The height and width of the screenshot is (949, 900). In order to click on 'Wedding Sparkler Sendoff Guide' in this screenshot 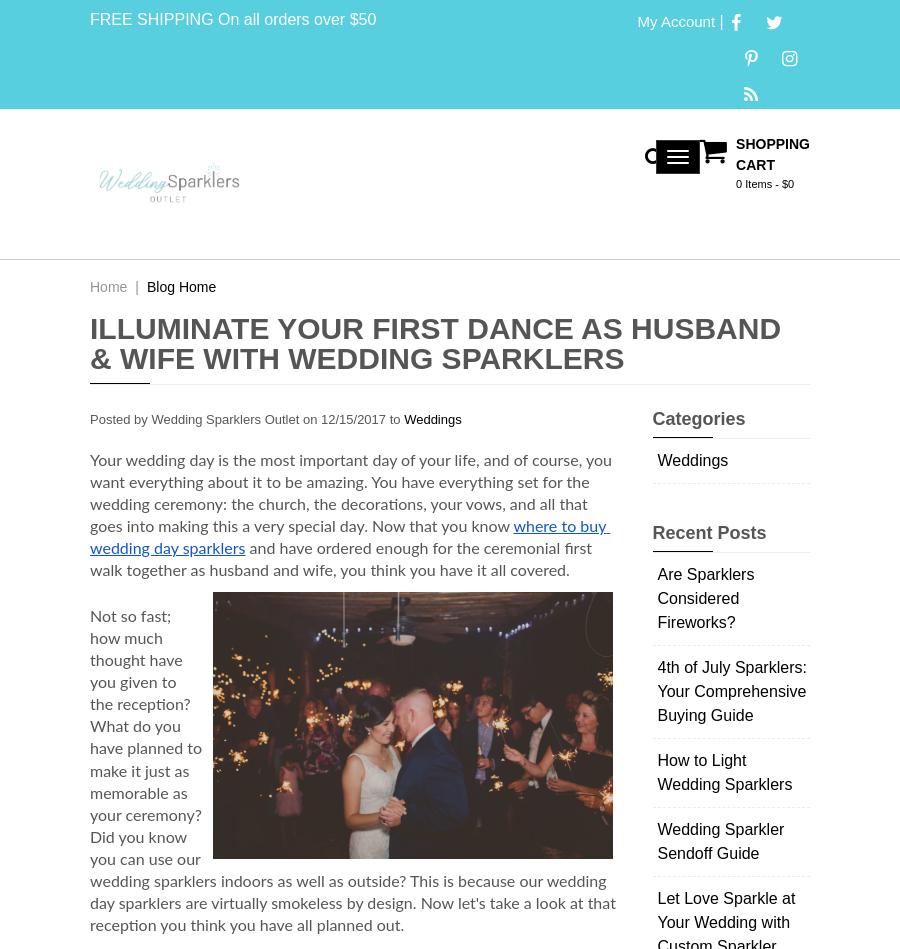, I will do `click(719, 840)`.